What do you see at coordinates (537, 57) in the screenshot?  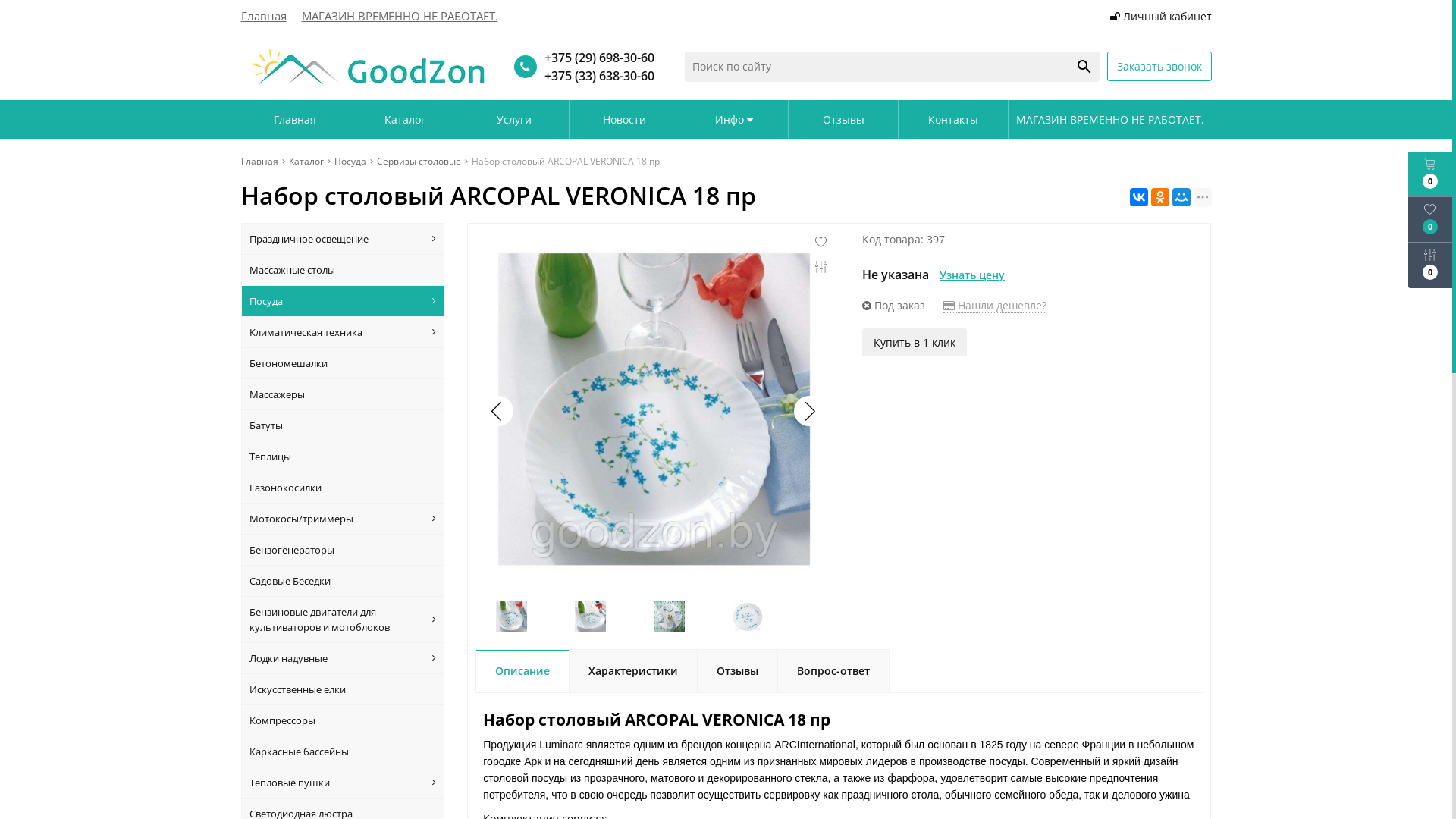 I see `'+375 (29) 698-30-60'` at bounding box center [537, 57].